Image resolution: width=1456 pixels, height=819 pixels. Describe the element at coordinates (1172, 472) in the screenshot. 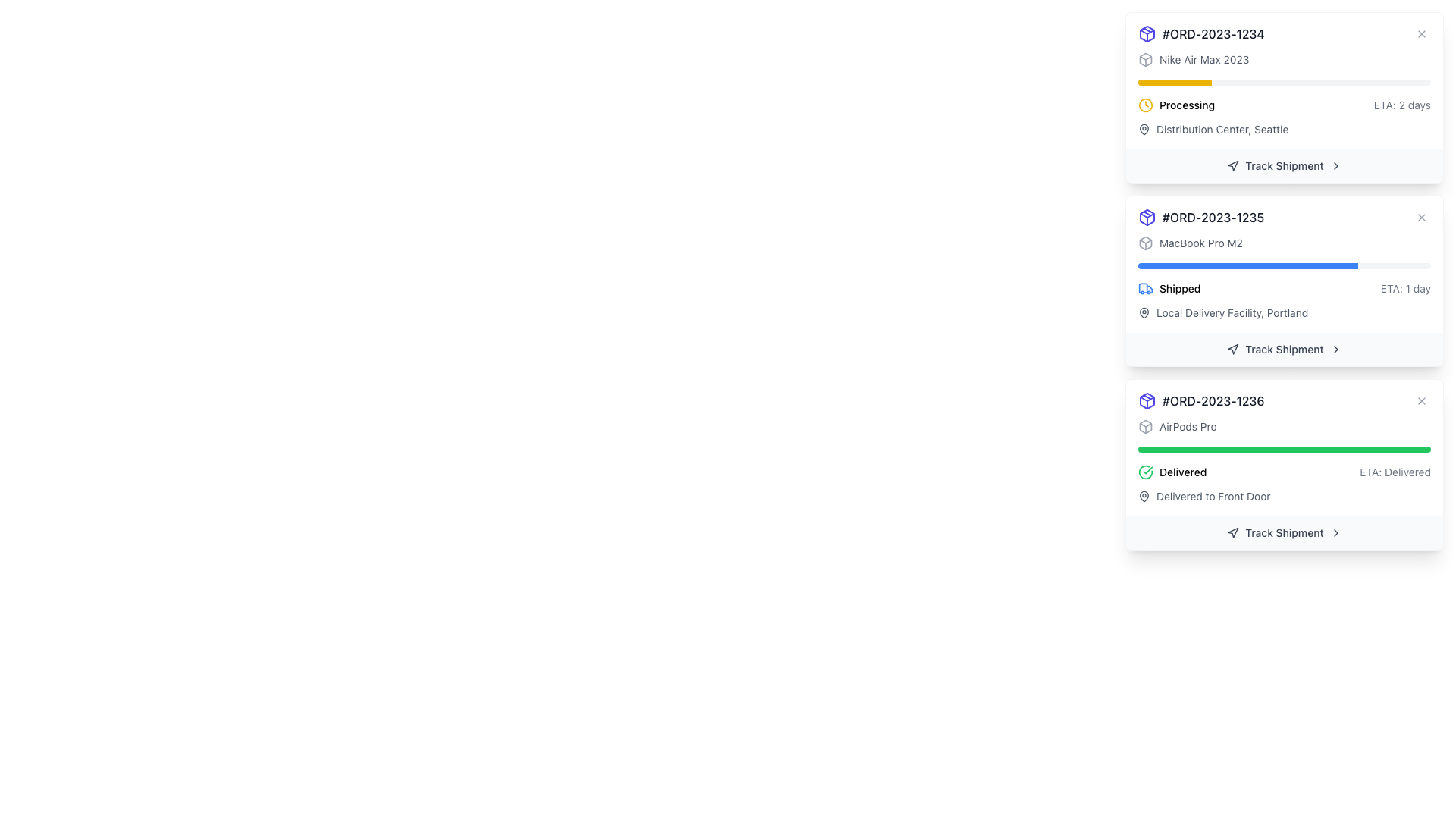

I see `the status update displayed by the green circular checkmark icon and the bold, capitalized text 'Delivered' located at the left side of the delivery status row` at that location.